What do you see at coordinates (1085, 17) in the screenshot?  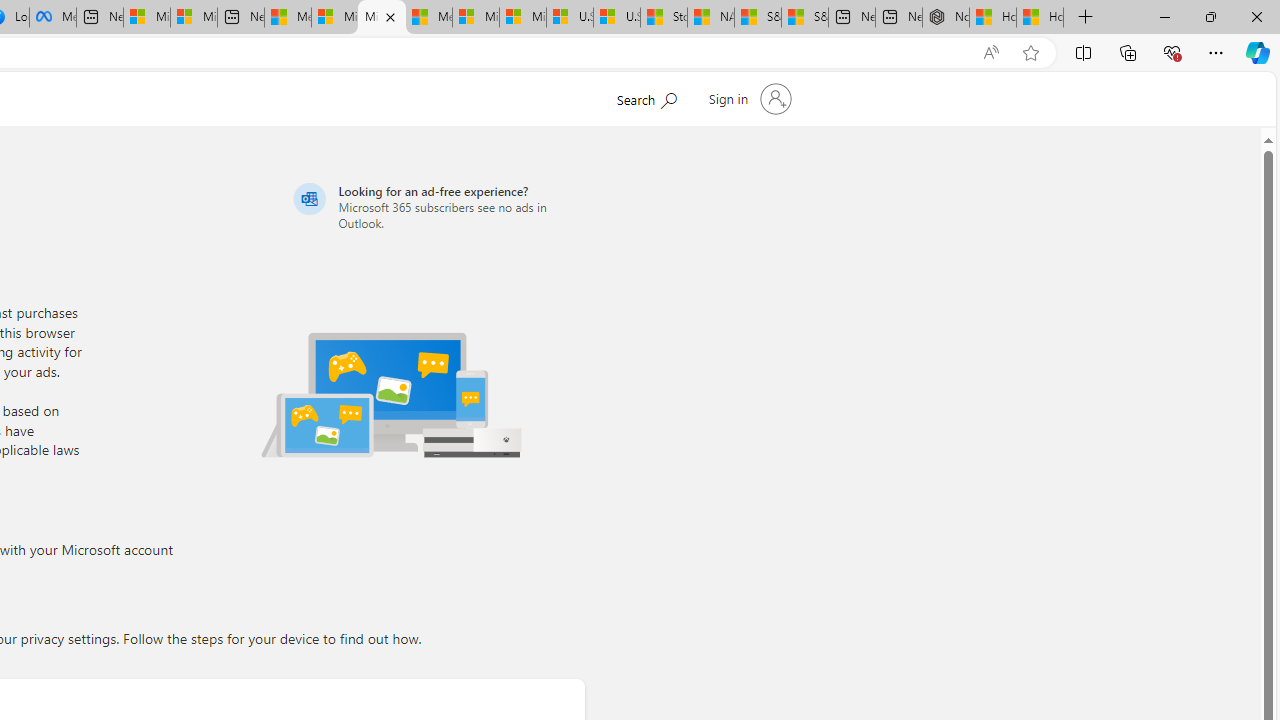 I see `'New Tab'` at bounding box center [1085, 17].